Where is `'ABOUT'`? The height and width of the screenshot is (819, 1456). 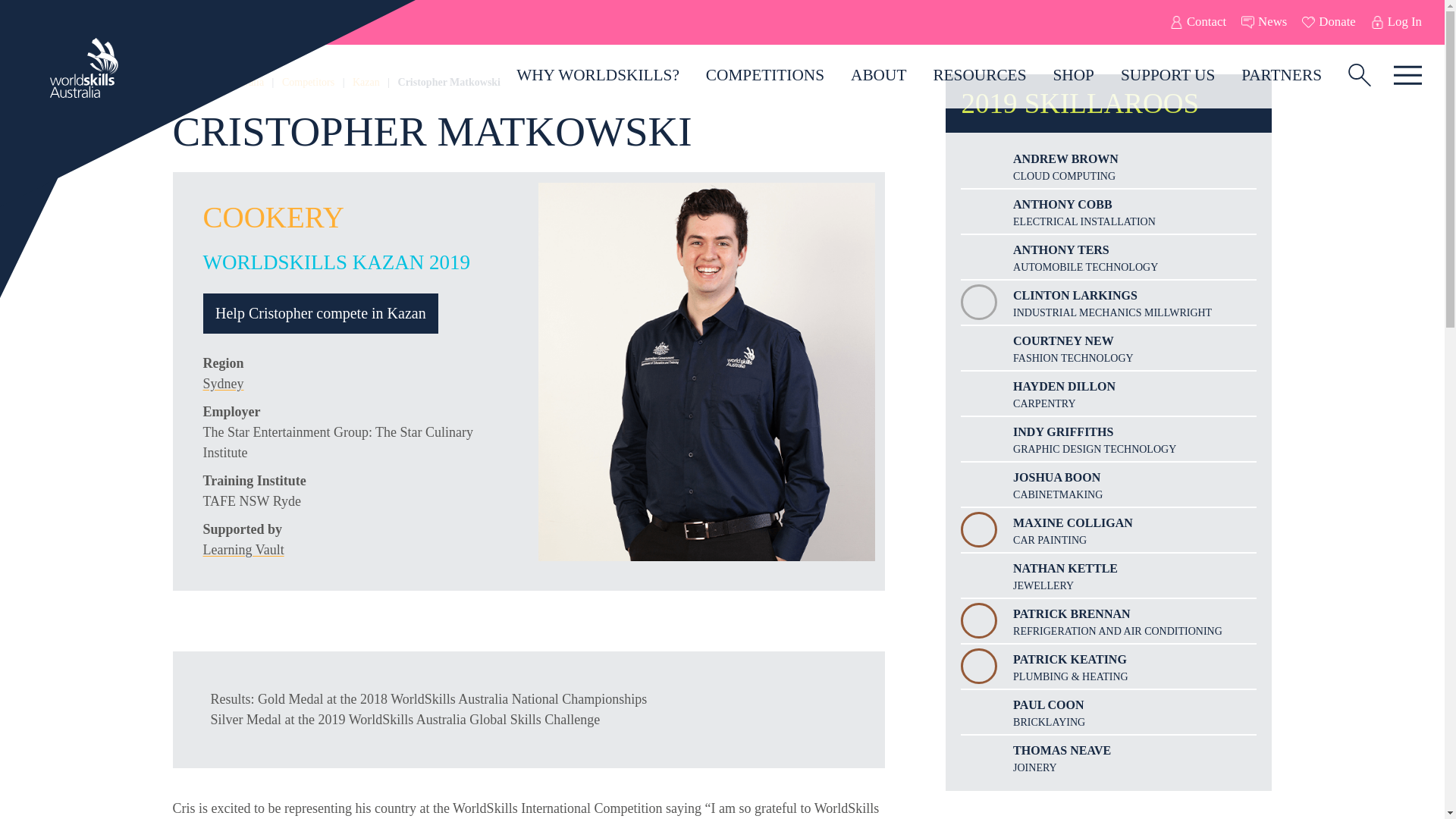 'ABOUT' is located at coordinates (878, 75).